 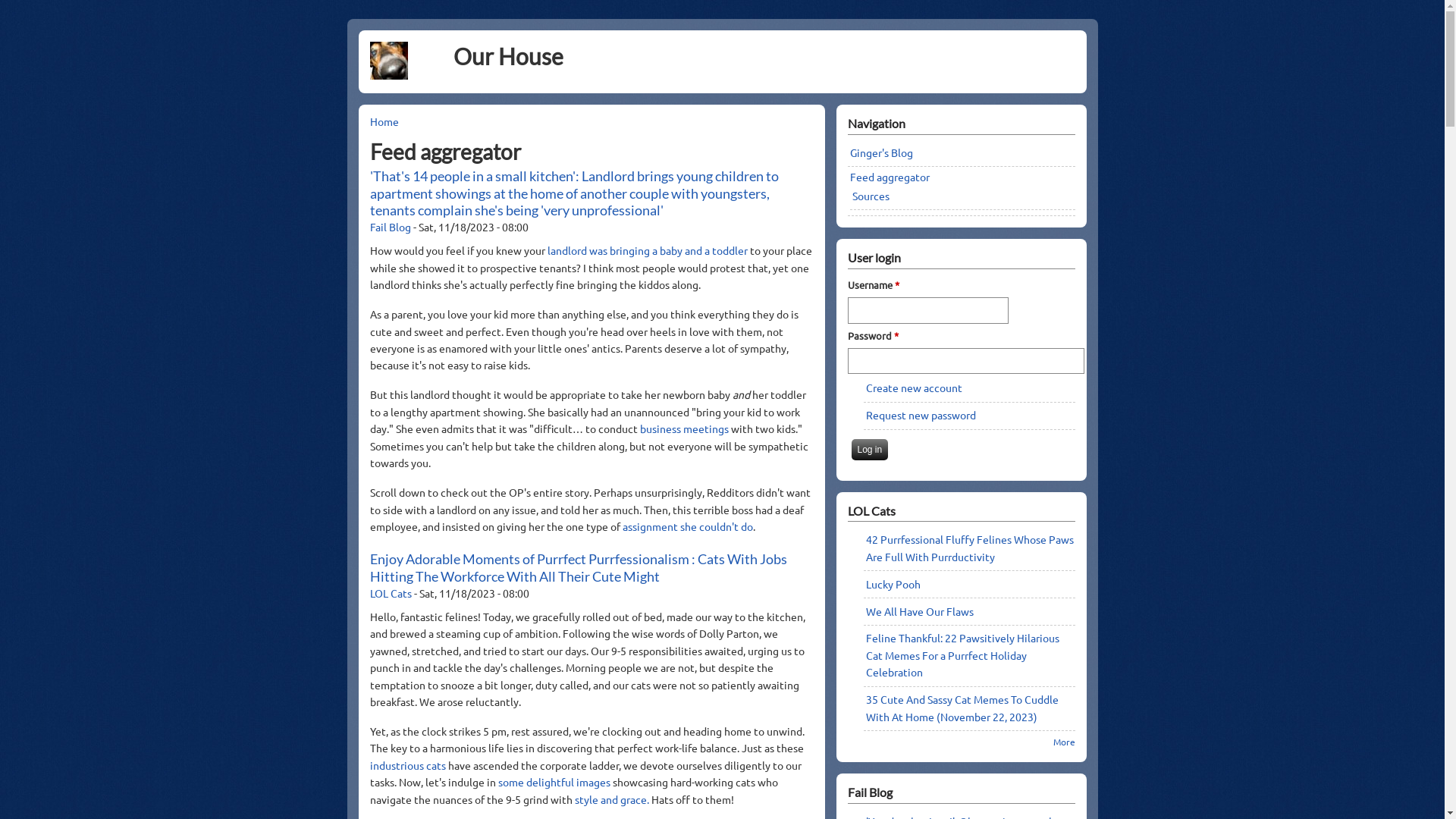 I want to click on 'Home', so click(x=384, y=120).